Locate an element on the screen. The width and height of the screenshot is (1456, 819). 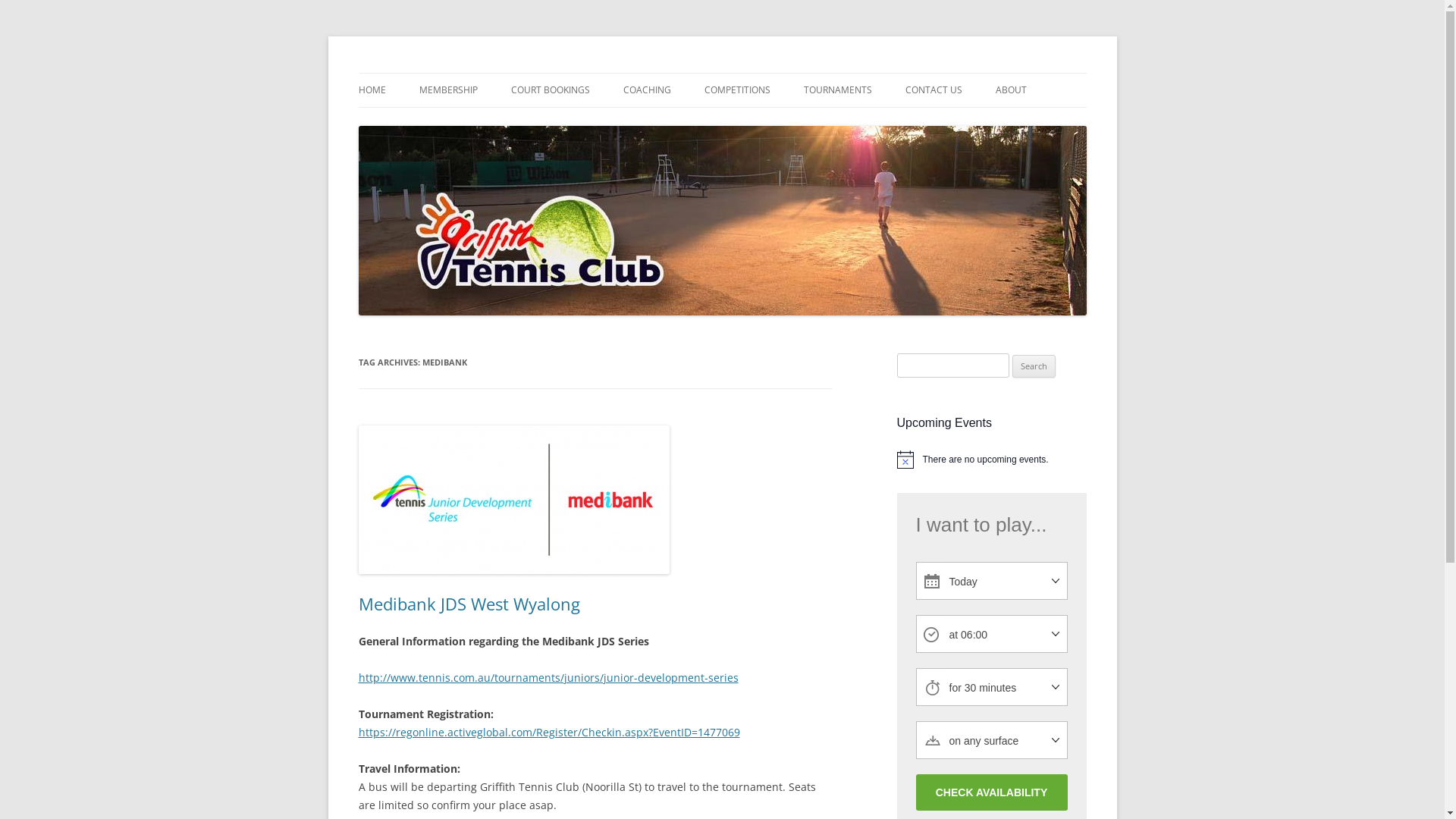
'COURT BOOKINGS' is located at coordinates (549, 90).